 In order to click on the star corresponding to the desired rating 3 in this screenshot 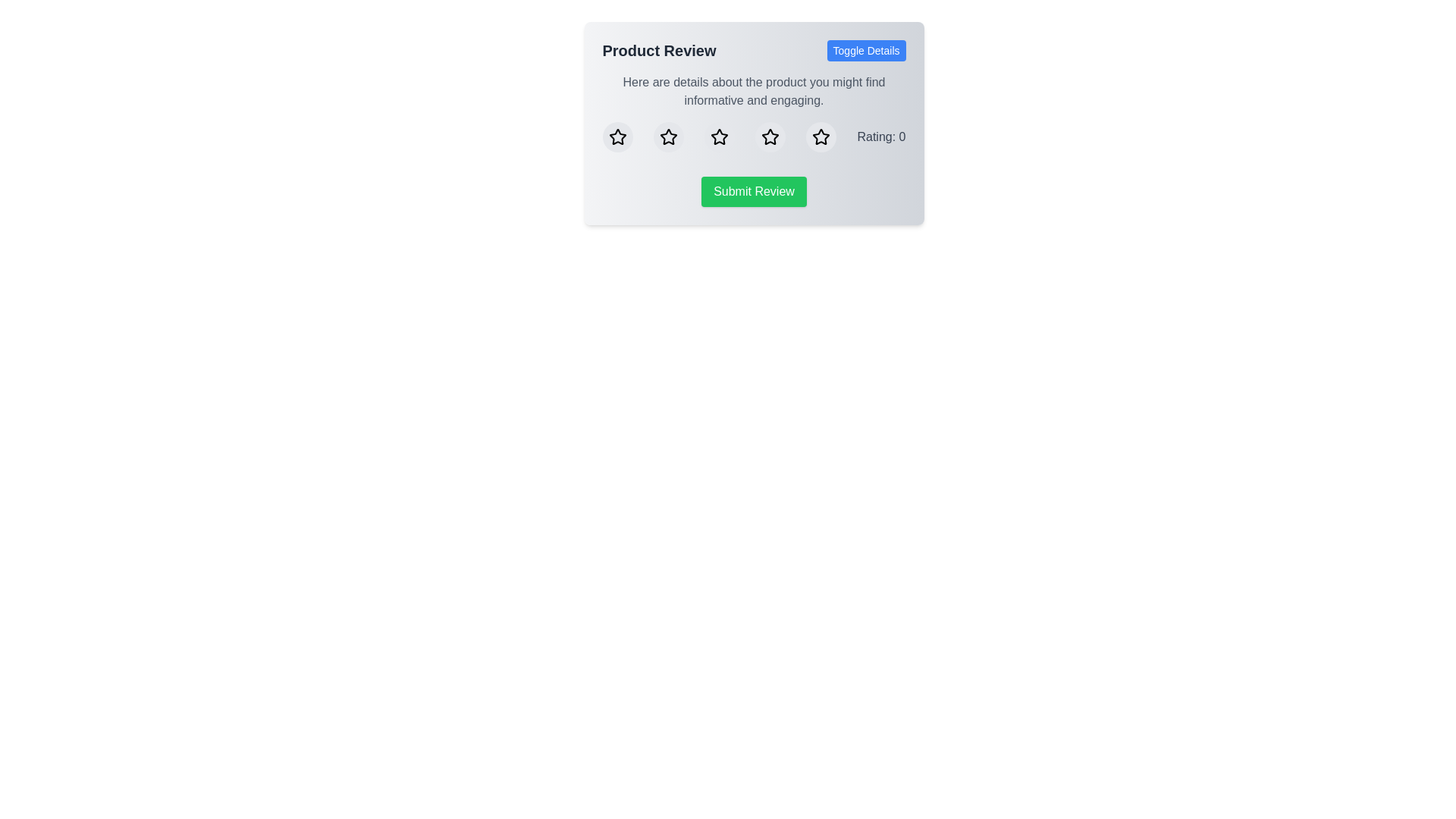, I will do `click(718, 137)`.